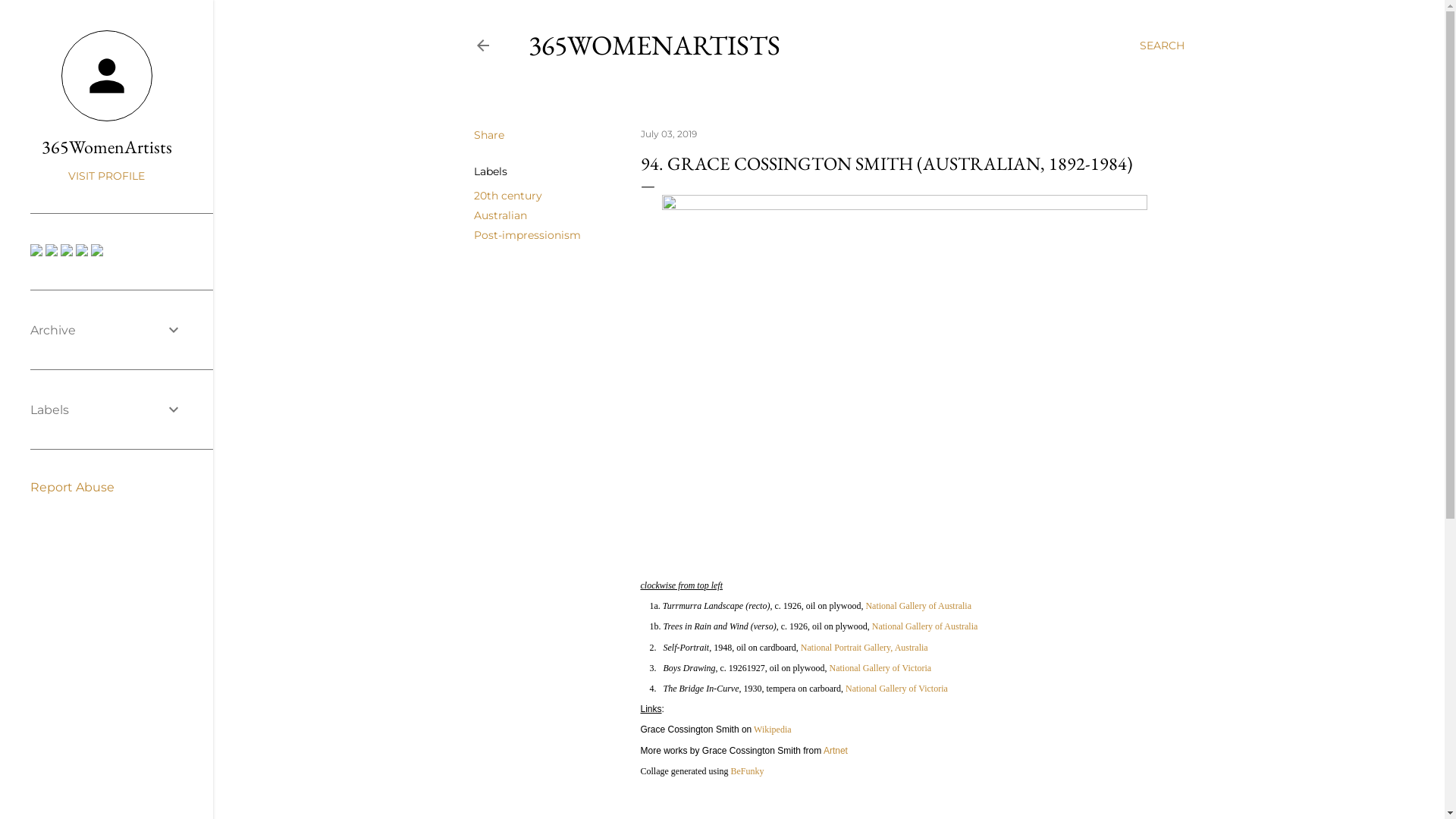  I want to click on 'VISIT PROFILE', so click(105, 174).